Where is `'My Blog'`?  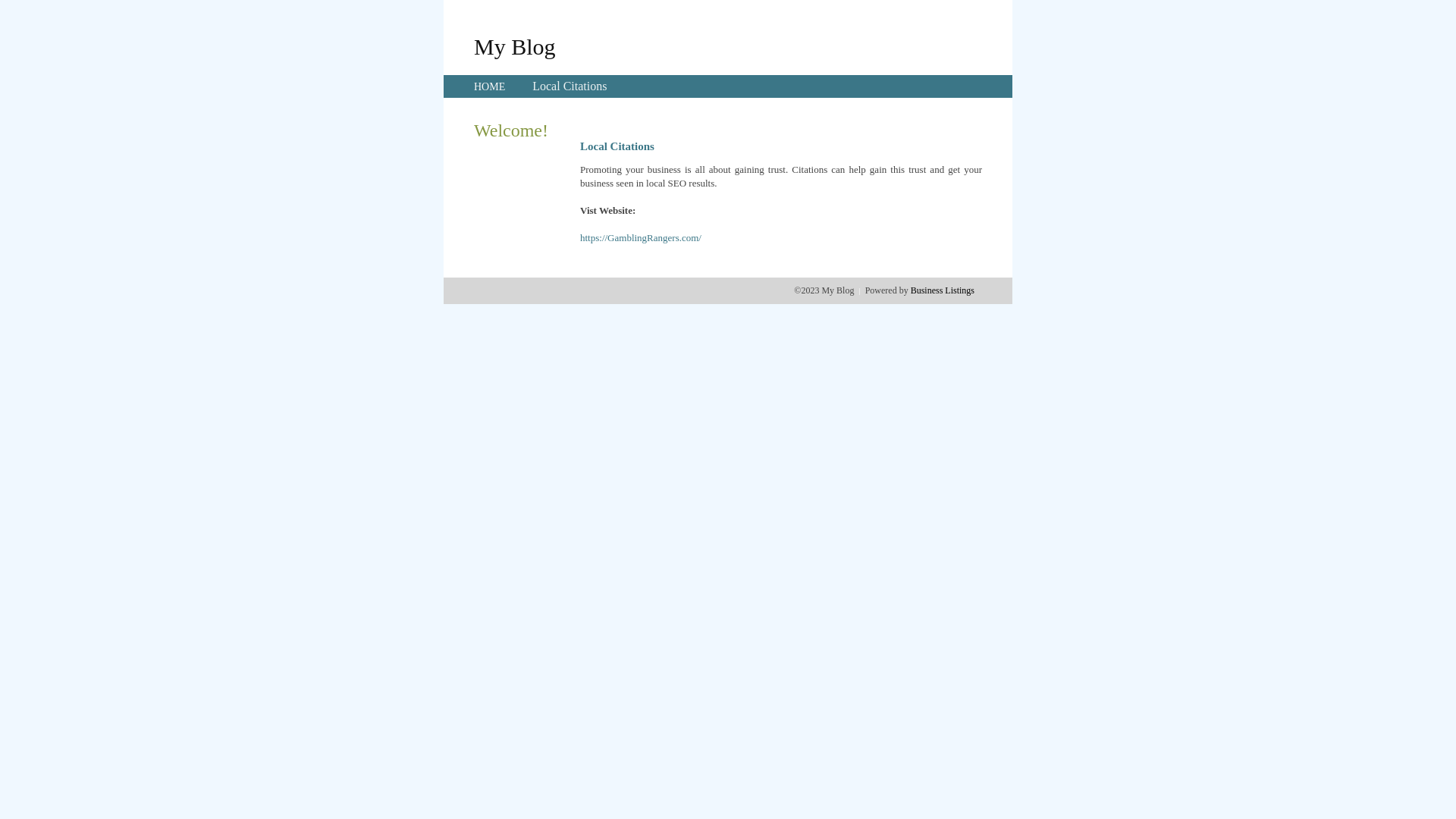
'My Blog' is located at coordinates (514, 45).